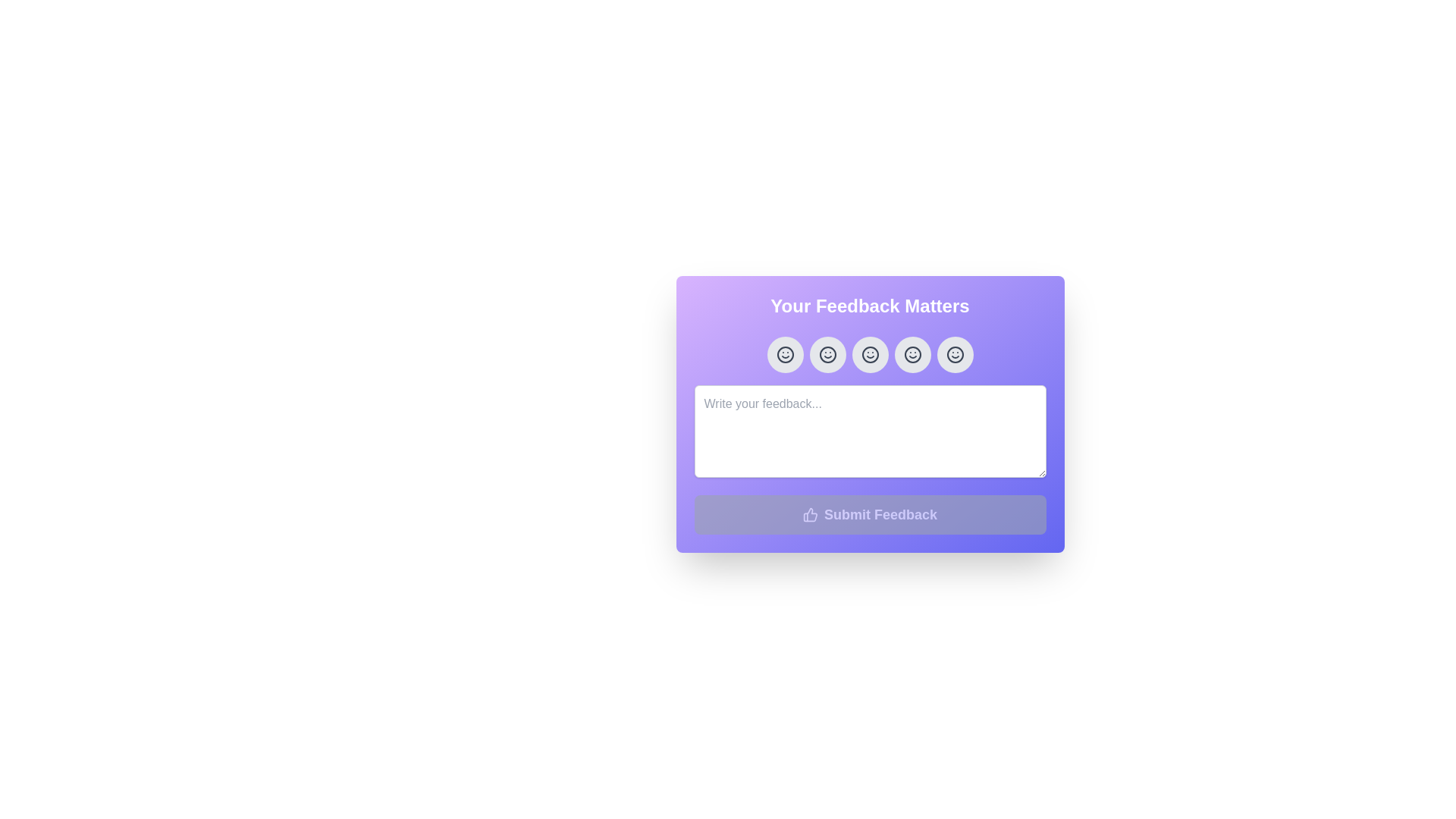 The image size is (1456, 819). Describe the element at coordinates (870, 354) in the screenshot. I see `the third smiley face icon representing a neutral feedback option located below the heading 'Your Feedback Matters'` at that location.